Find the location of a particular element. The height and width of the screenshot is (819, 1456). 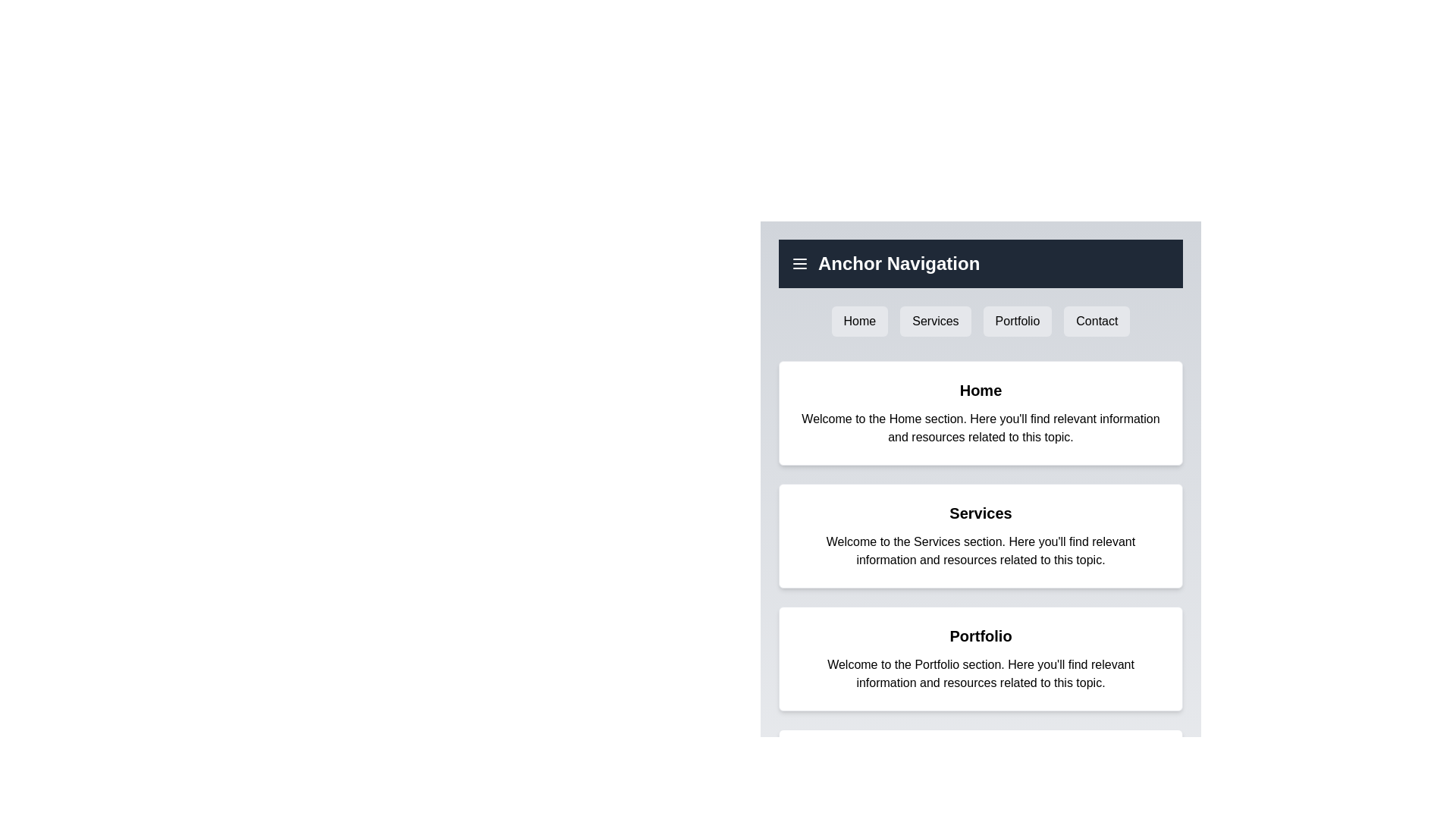

'Services' header text, which is bold, large, and centered, positioned at the top of the bordered card-like structure is located at coordinates (981, 513).